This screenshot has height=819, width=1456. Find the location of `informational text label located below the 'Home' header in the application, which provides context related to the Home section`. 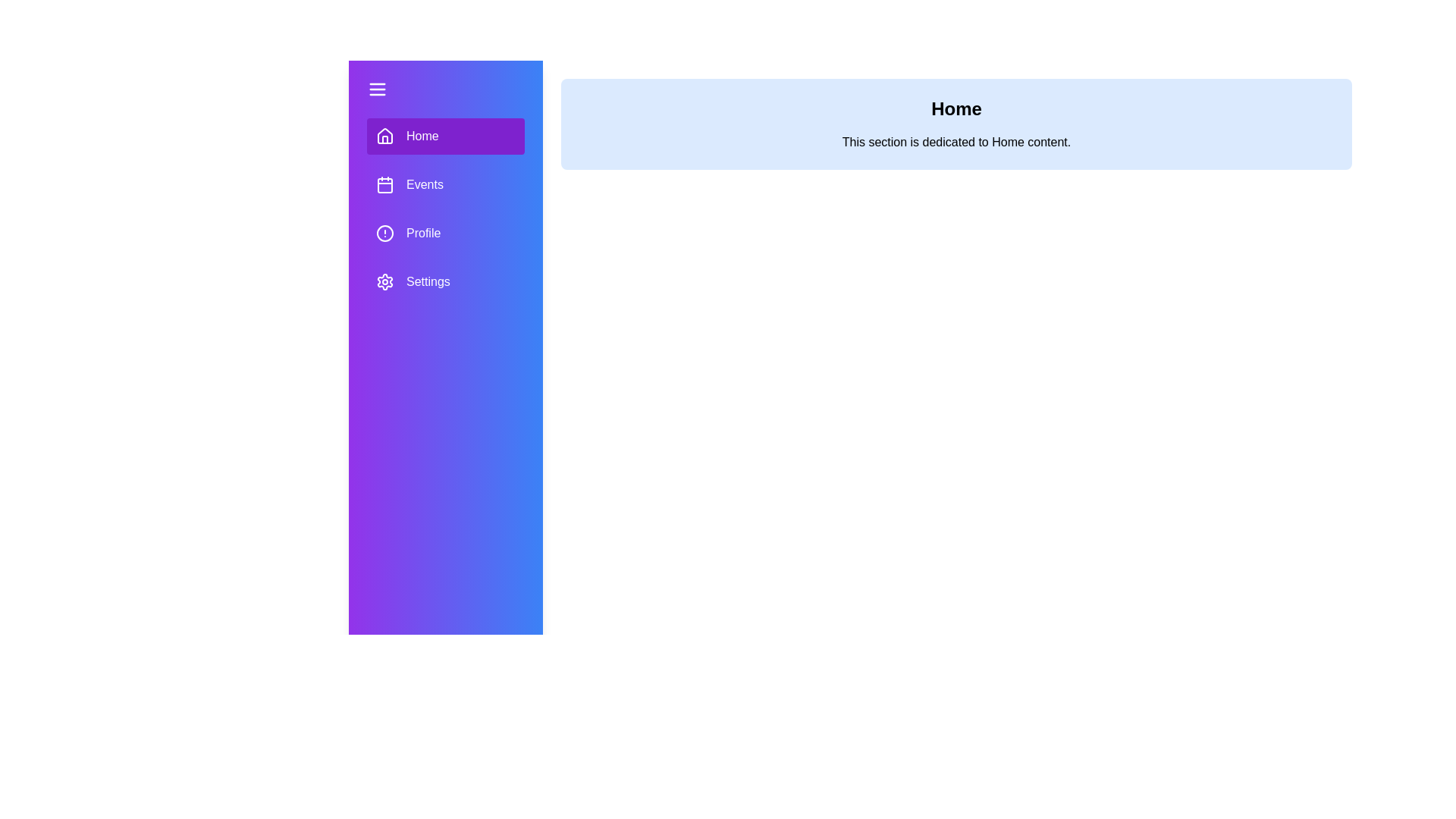

informational text label located below the 'Home' header in the application, which provides context related to the Home section is located at coordinates (955, 143).